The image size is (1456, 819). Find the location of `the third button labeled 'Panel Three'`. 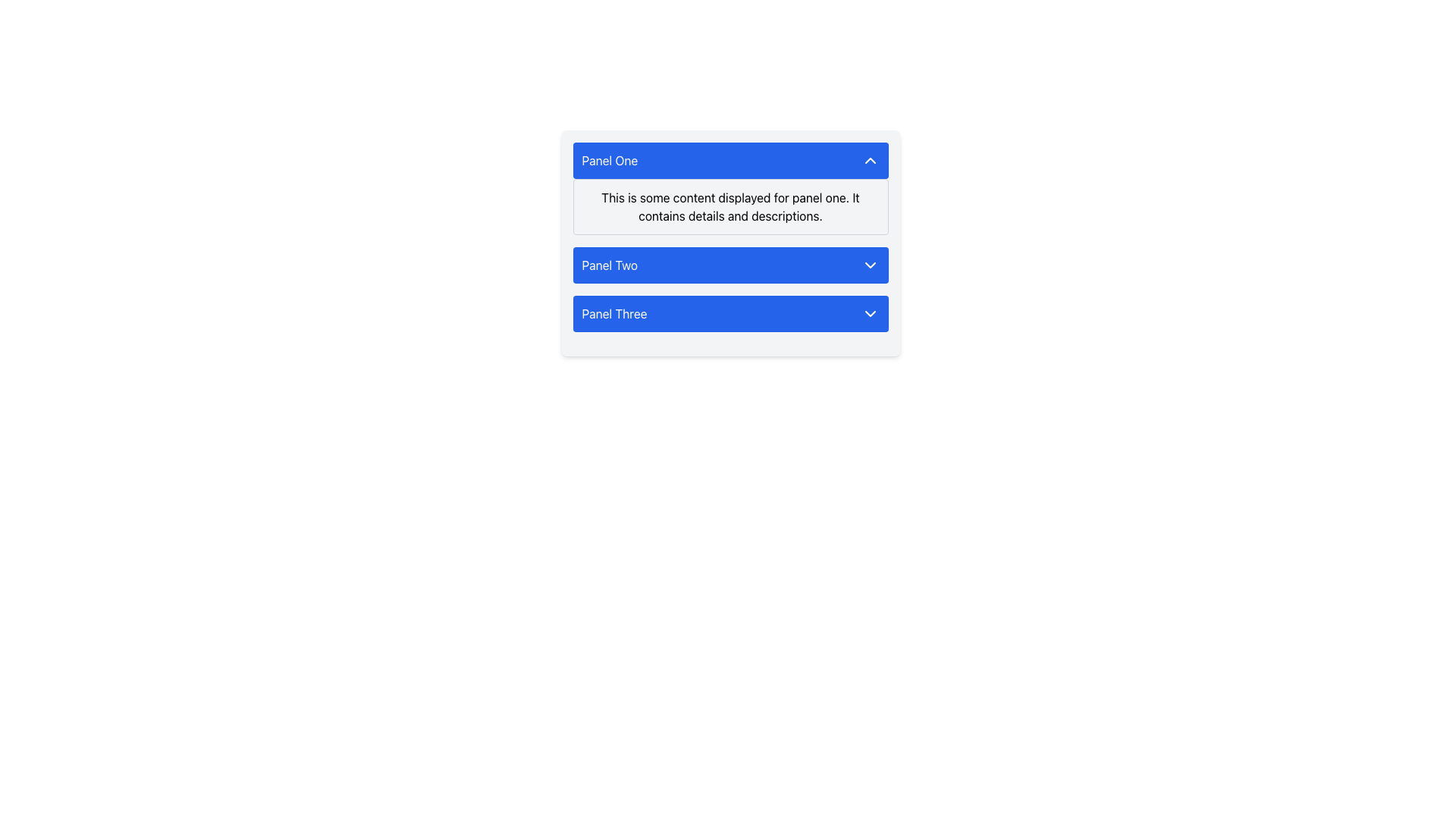

the third button labeled 'Panel Three' is located at coordinates (730, 312).